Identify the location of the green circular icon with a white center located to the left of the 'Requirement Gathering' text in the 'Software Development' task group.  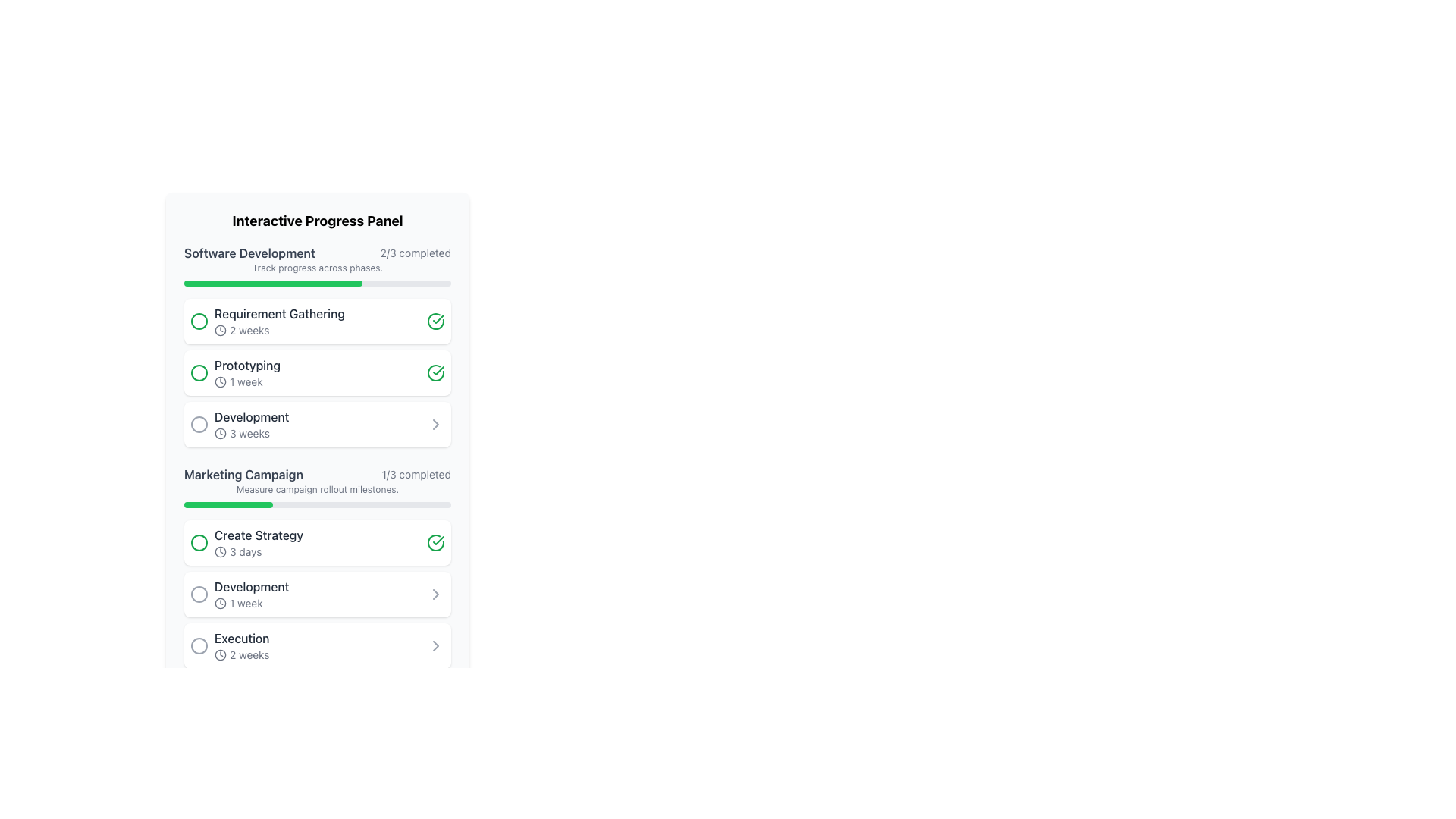
(199, 321).